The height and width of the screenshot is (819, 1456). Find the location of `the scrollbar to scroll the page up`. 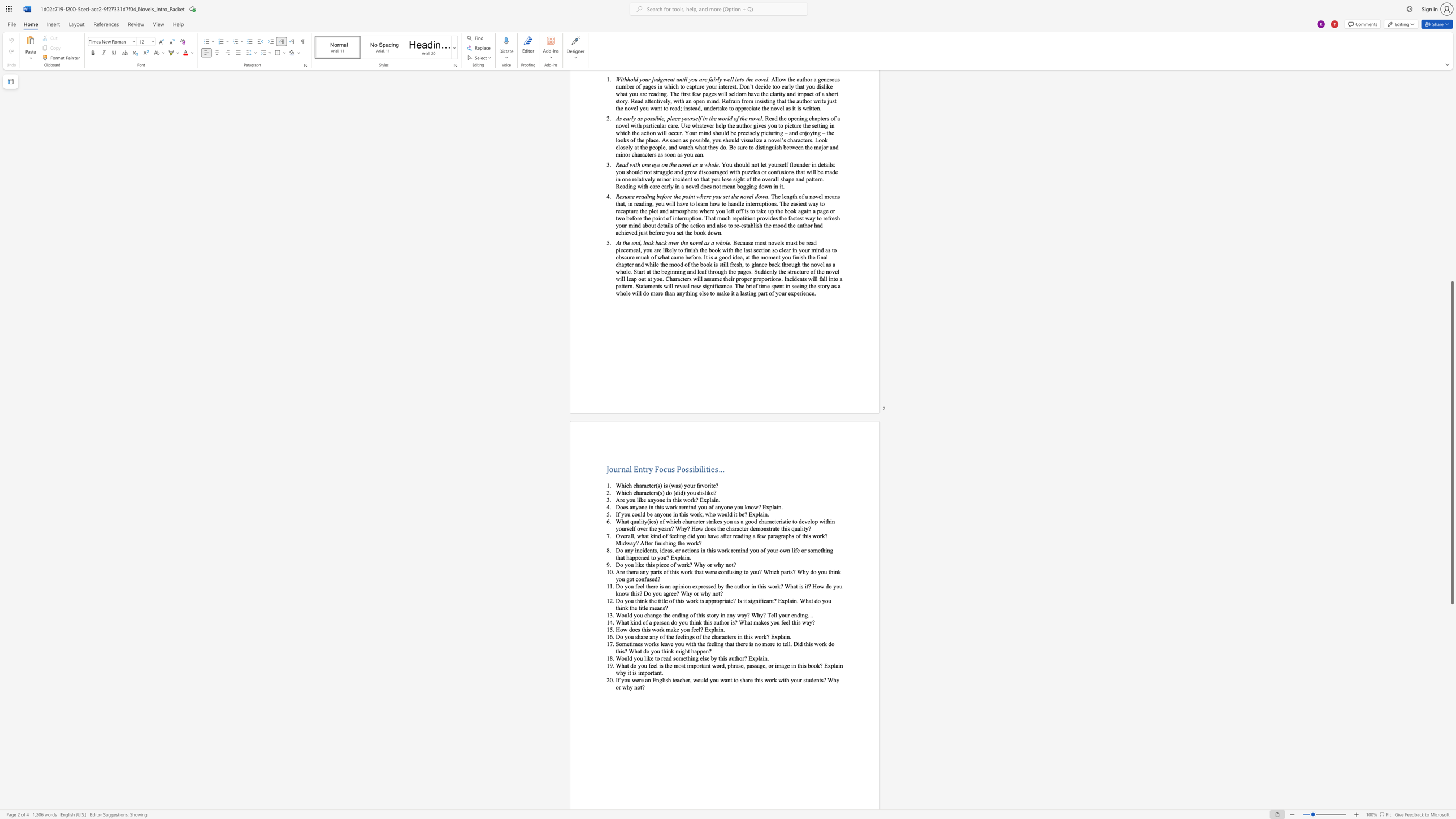

the scrollbar to scroll the page up is located at coordinates (1451, 276).